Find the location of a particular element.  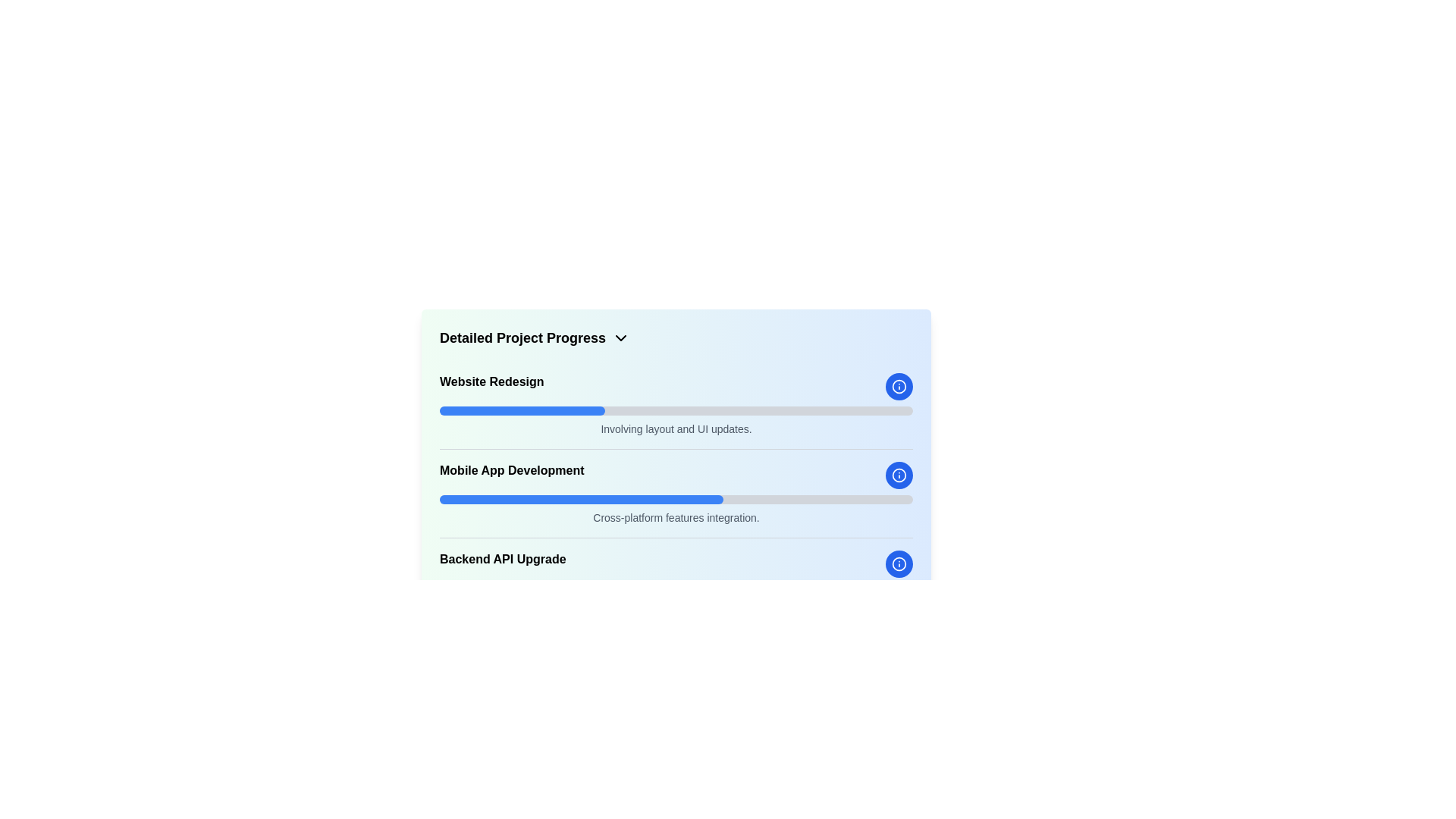

the descriptive text label that serves as a heading for the progress bar, located on the left side of the layout, above the progress bar and next to the info icon is located at coordinates (512, 475).